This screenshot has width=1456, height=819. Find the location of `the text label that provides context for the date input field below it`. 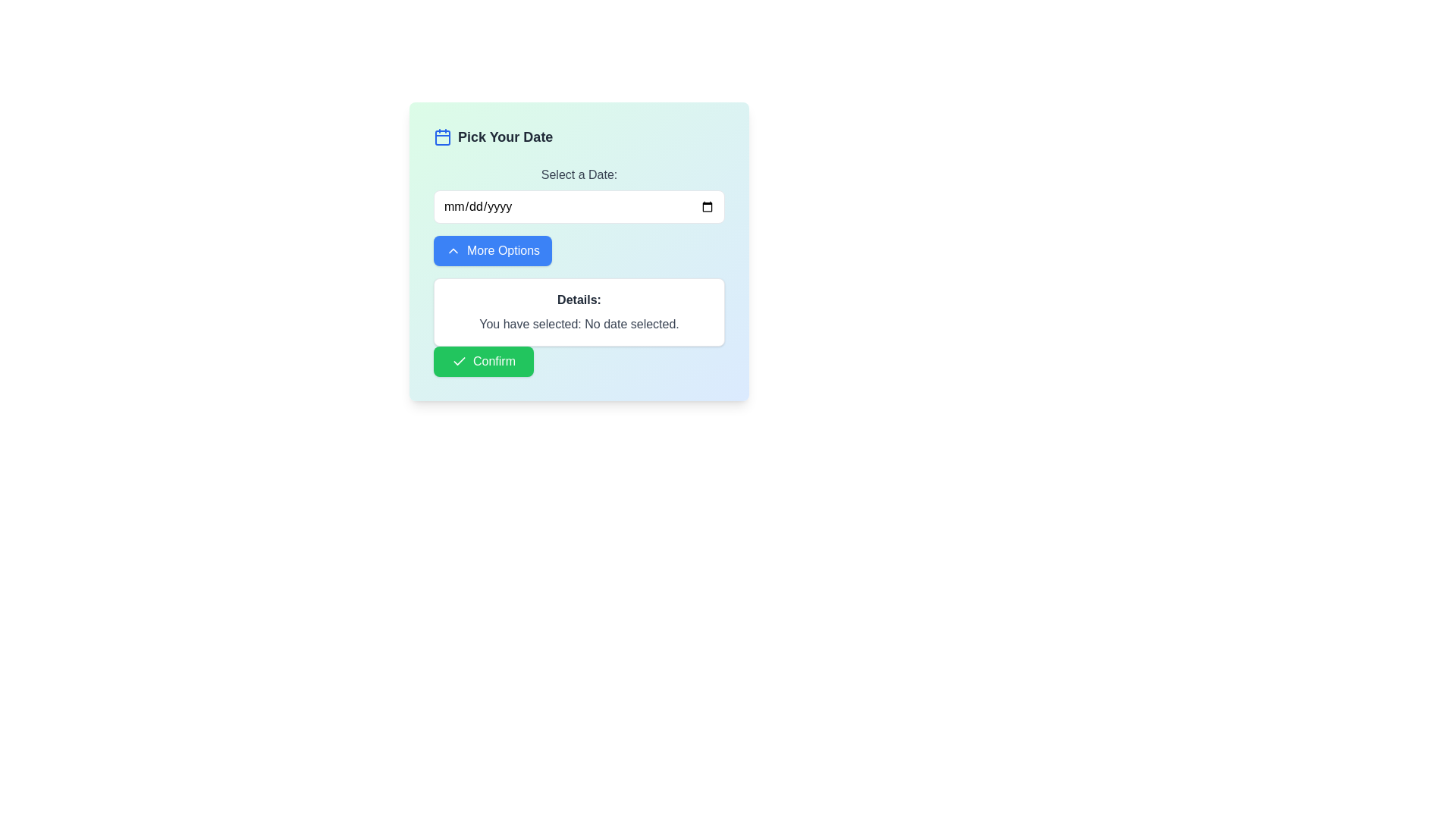

the text label that provides context for the date input field below it is located at coordinates (578, 174).